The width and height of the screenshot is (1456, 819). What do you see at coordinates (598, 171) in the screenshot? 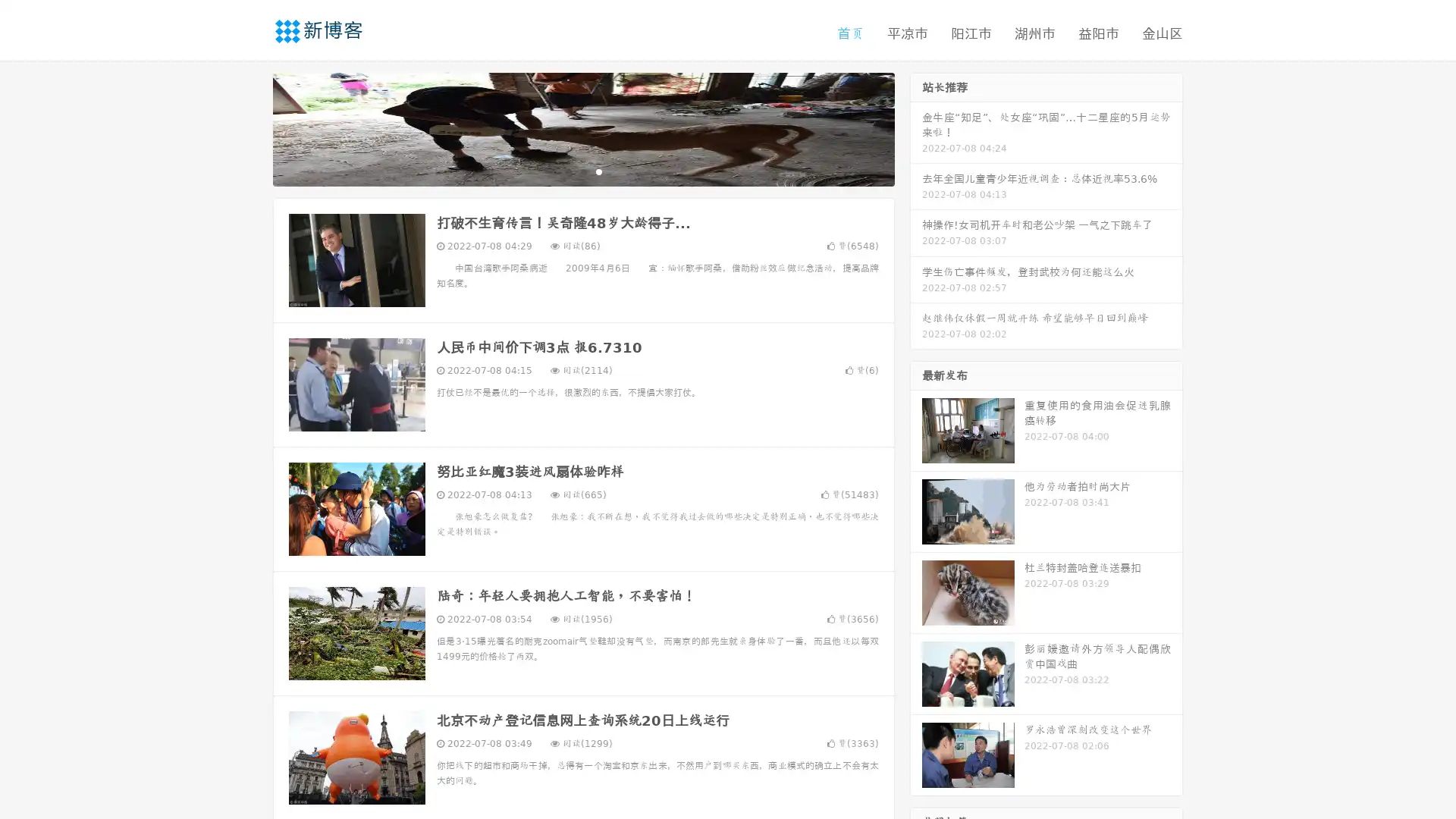
I see `Go to slide 3` at bounding box center [598, 171].